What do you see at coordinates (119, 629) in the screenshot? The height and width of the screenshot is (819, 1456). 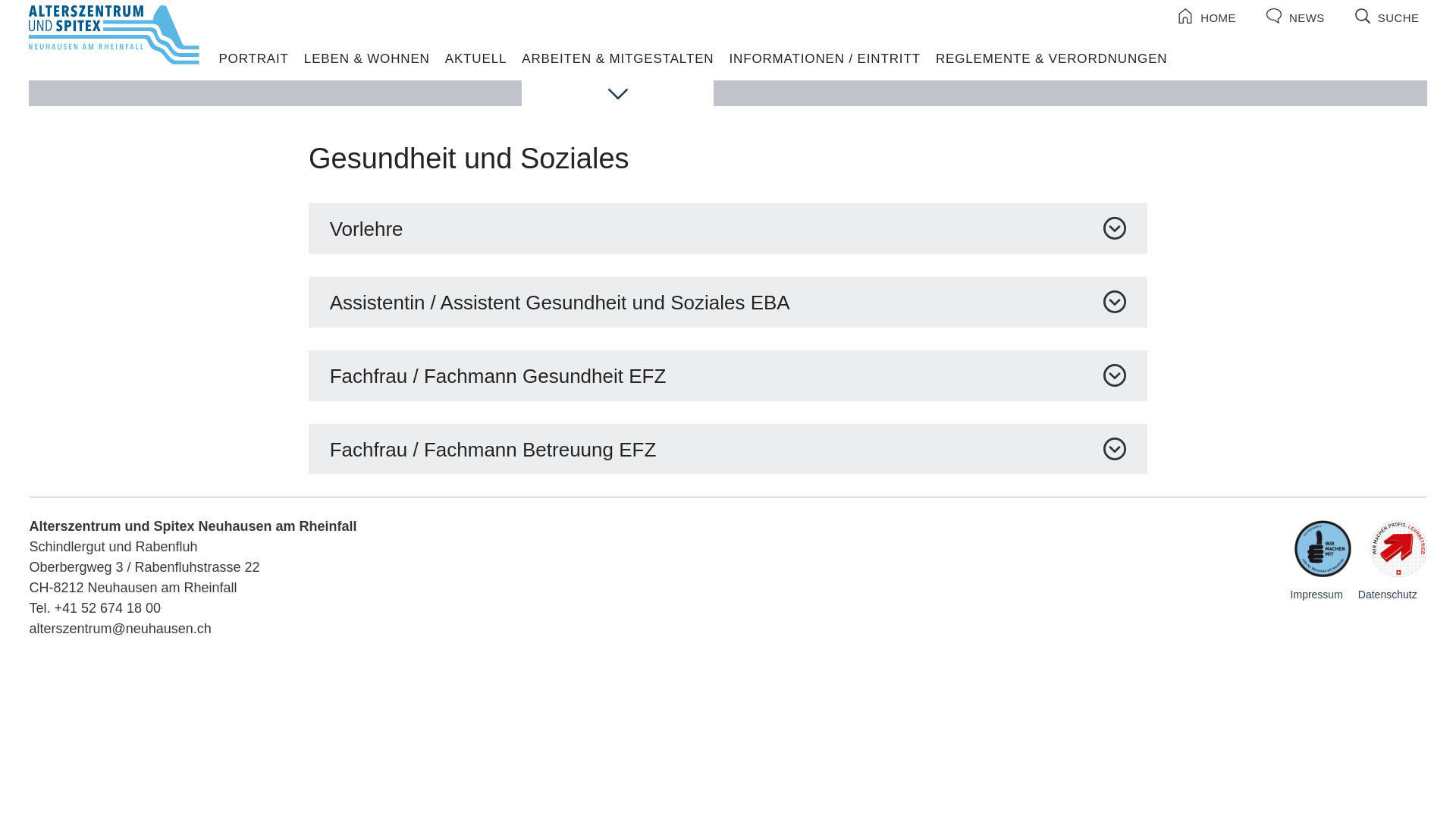 I see `'alterszentrum@neuhausen.ch'` at bounding box center [119, 629].